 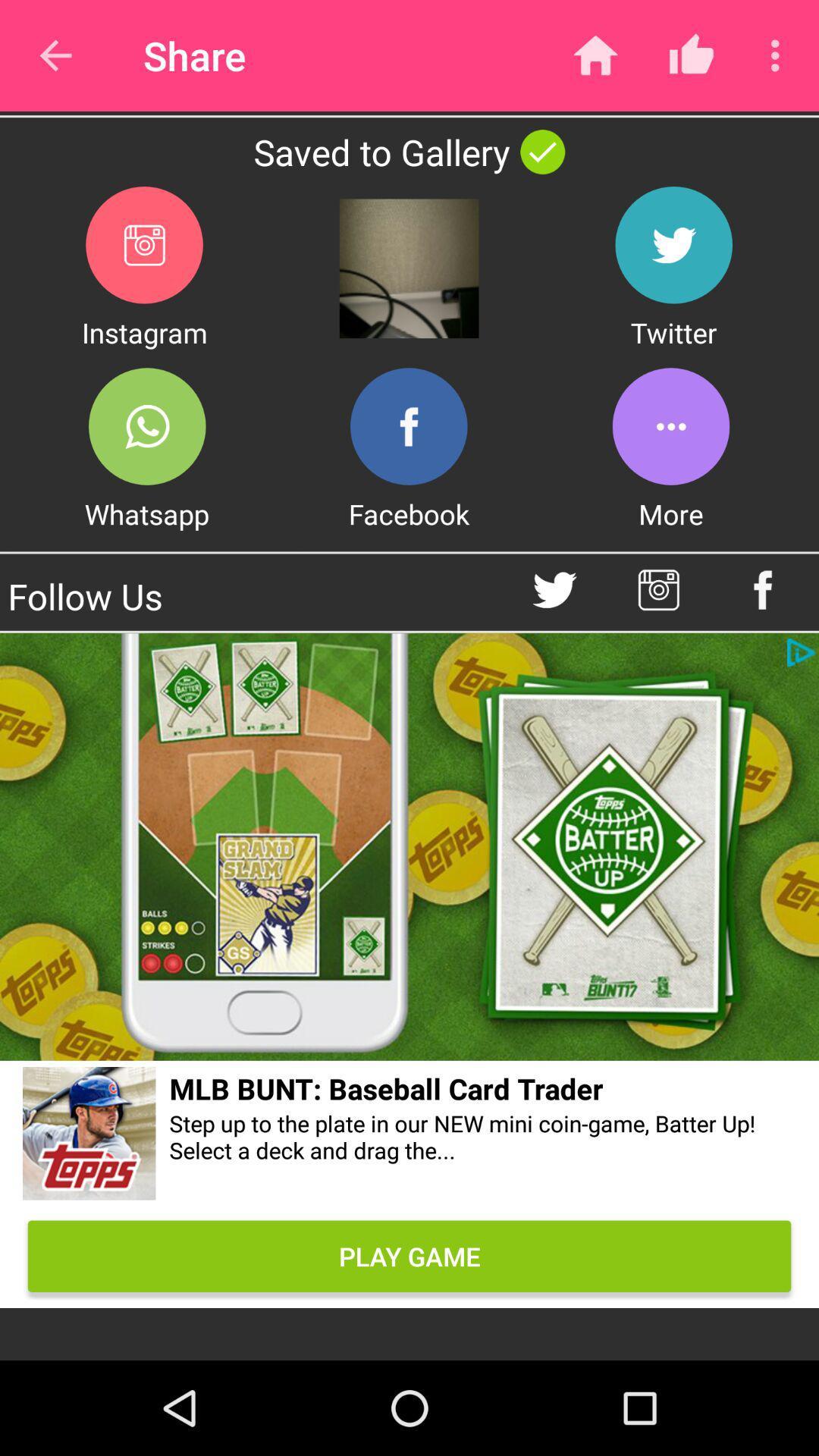 I want to click on instagram, so click(x=144, y=245).